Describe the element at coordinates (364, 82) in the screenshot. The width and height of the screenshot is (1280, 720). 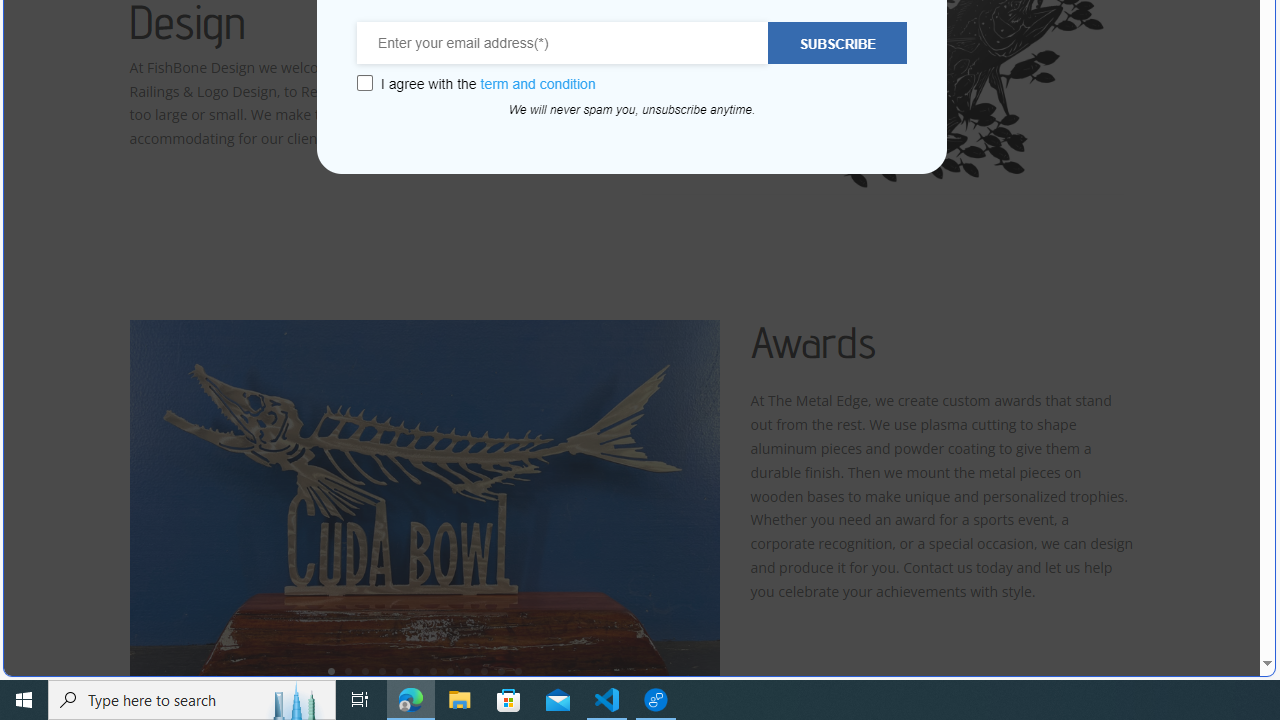
I see `'Class: wcb-gdpr-checkbox'` at that location.